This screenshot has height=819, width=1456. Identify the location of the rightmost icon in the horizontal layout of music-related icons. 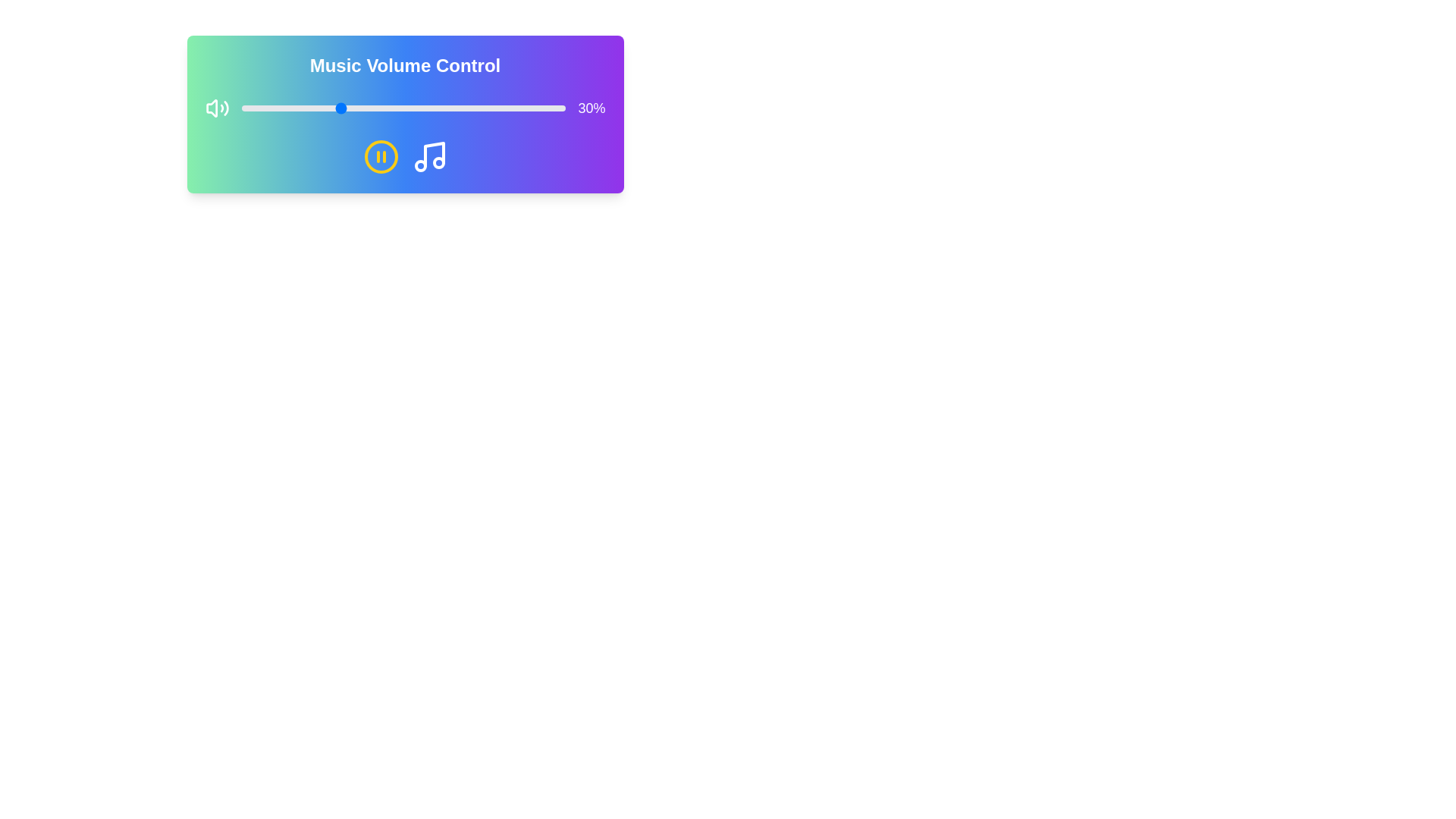
(428, 157).